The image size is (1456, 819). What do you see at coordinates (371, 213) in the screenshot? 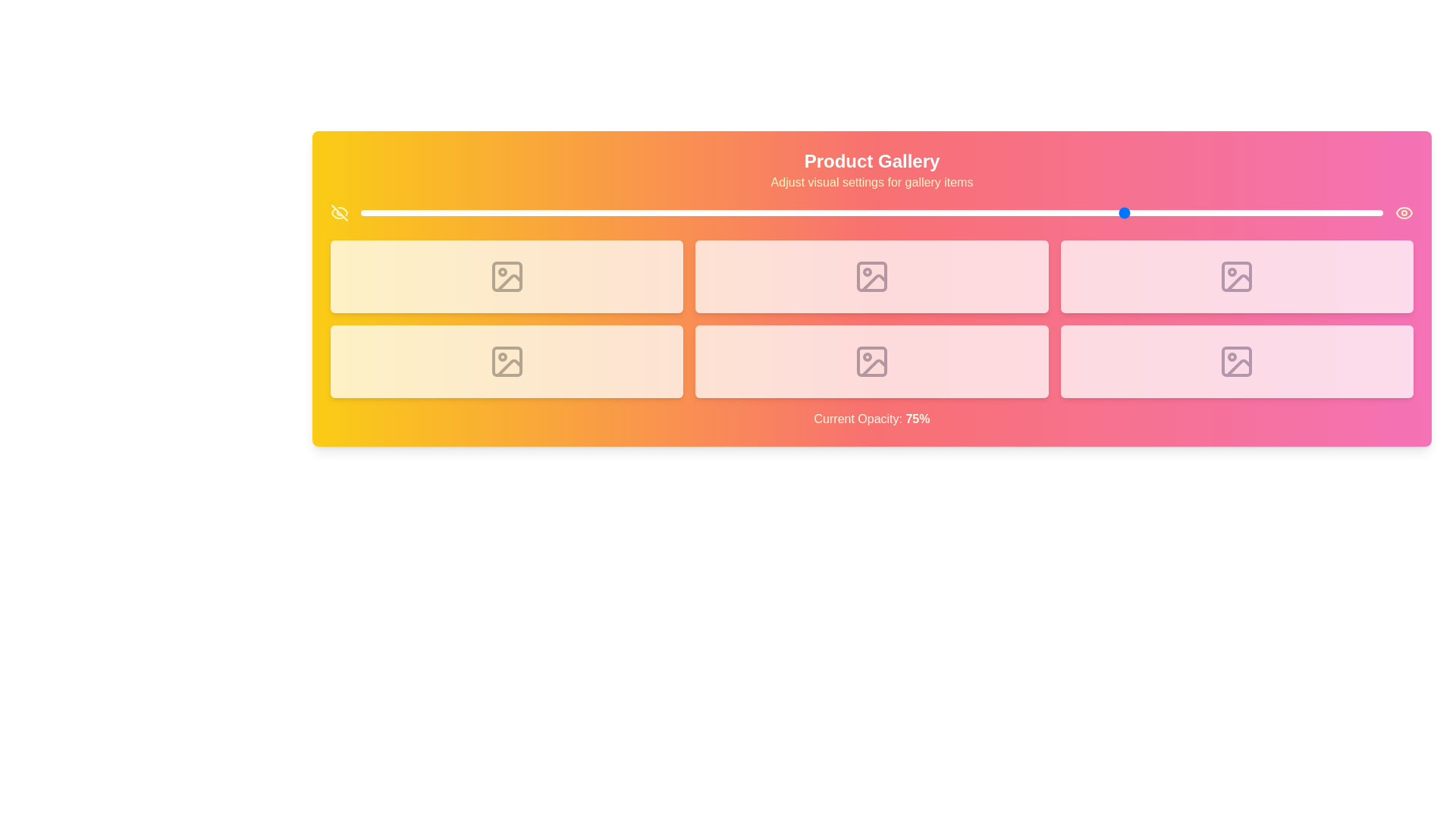
I see `the gallery opacity to 1% using the slider` at bounding box center [371, 213].